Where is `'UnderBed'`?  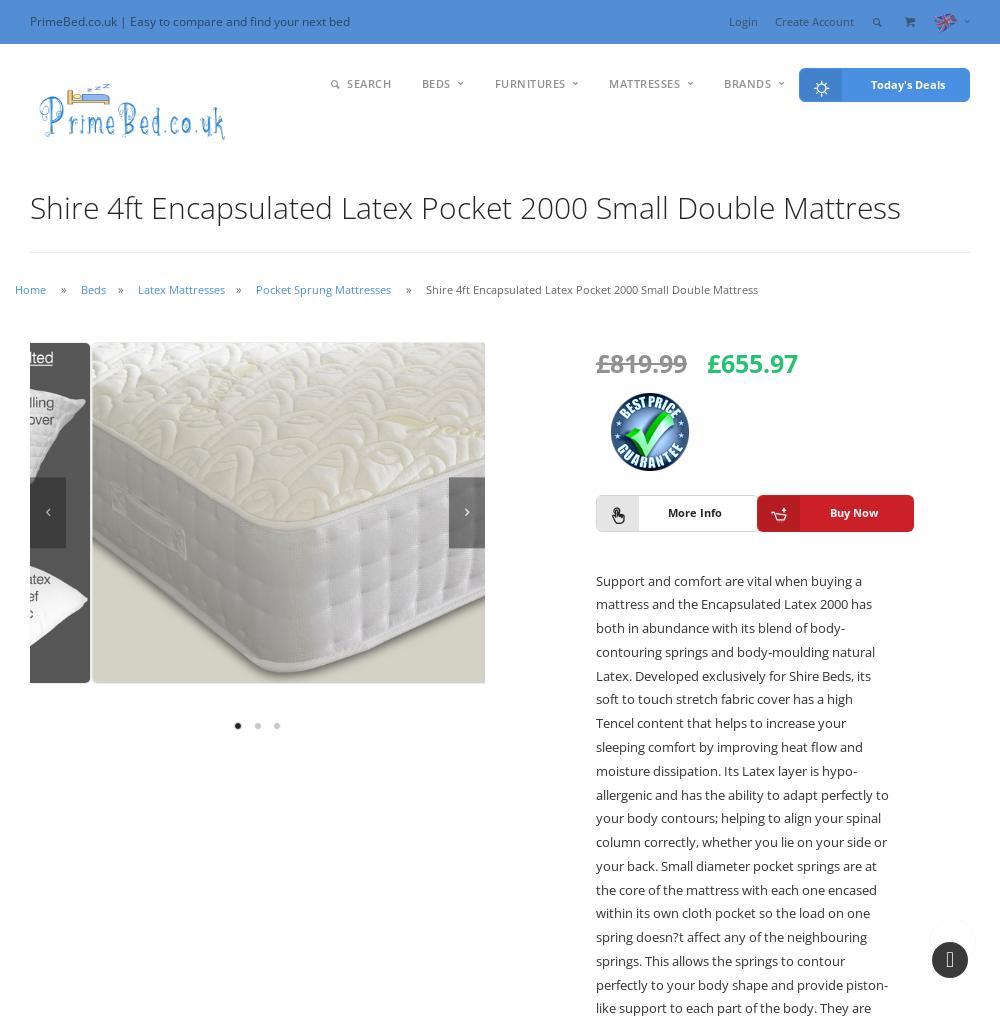
'UnderBed' is located at coordinates (548, 336).